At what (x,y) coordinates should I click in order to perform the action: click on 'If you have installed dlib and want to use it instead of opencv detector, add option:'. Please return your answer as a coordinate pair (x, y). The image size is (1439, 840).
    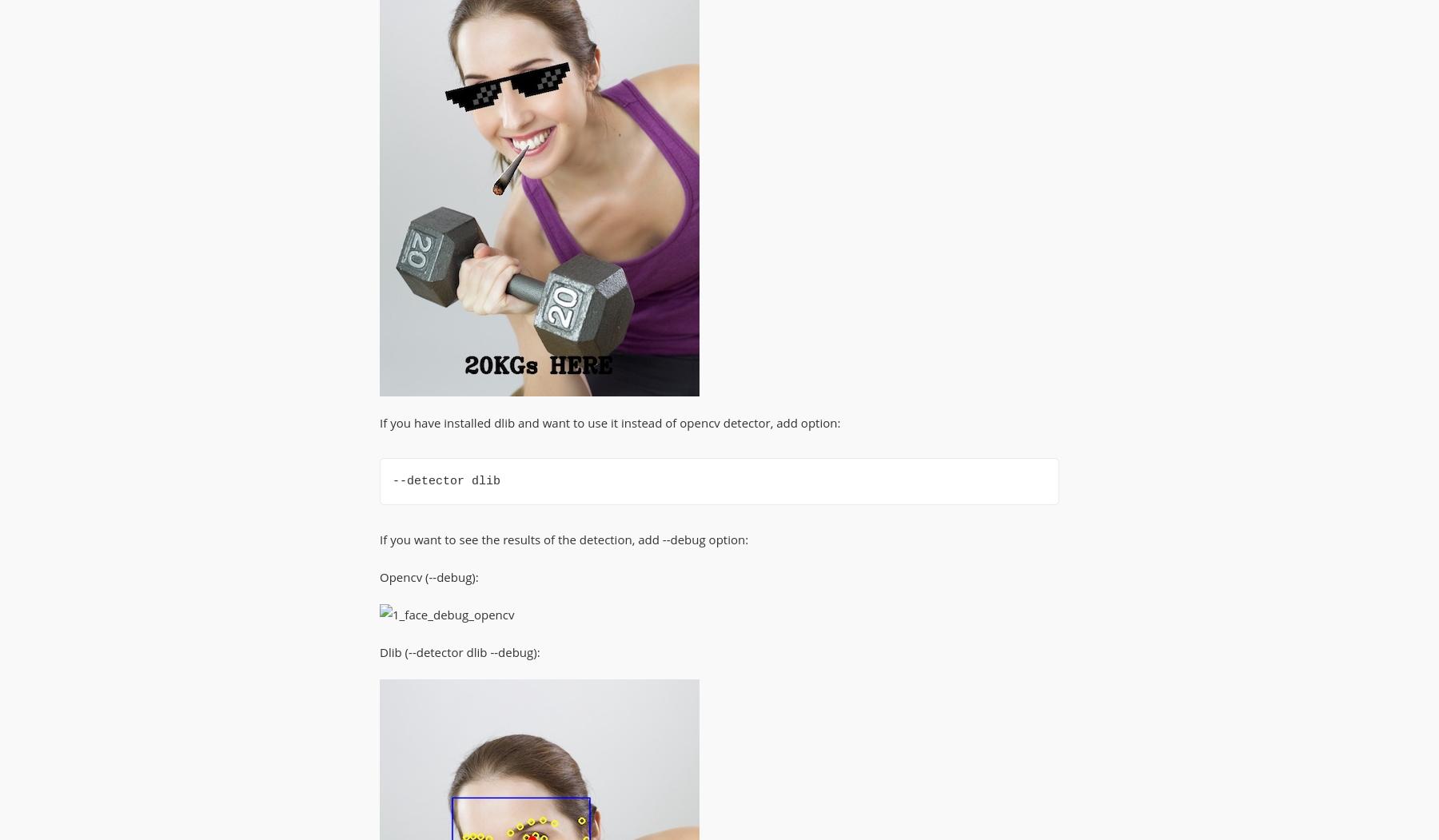
    Looking at the image, I should click on (609, 421).